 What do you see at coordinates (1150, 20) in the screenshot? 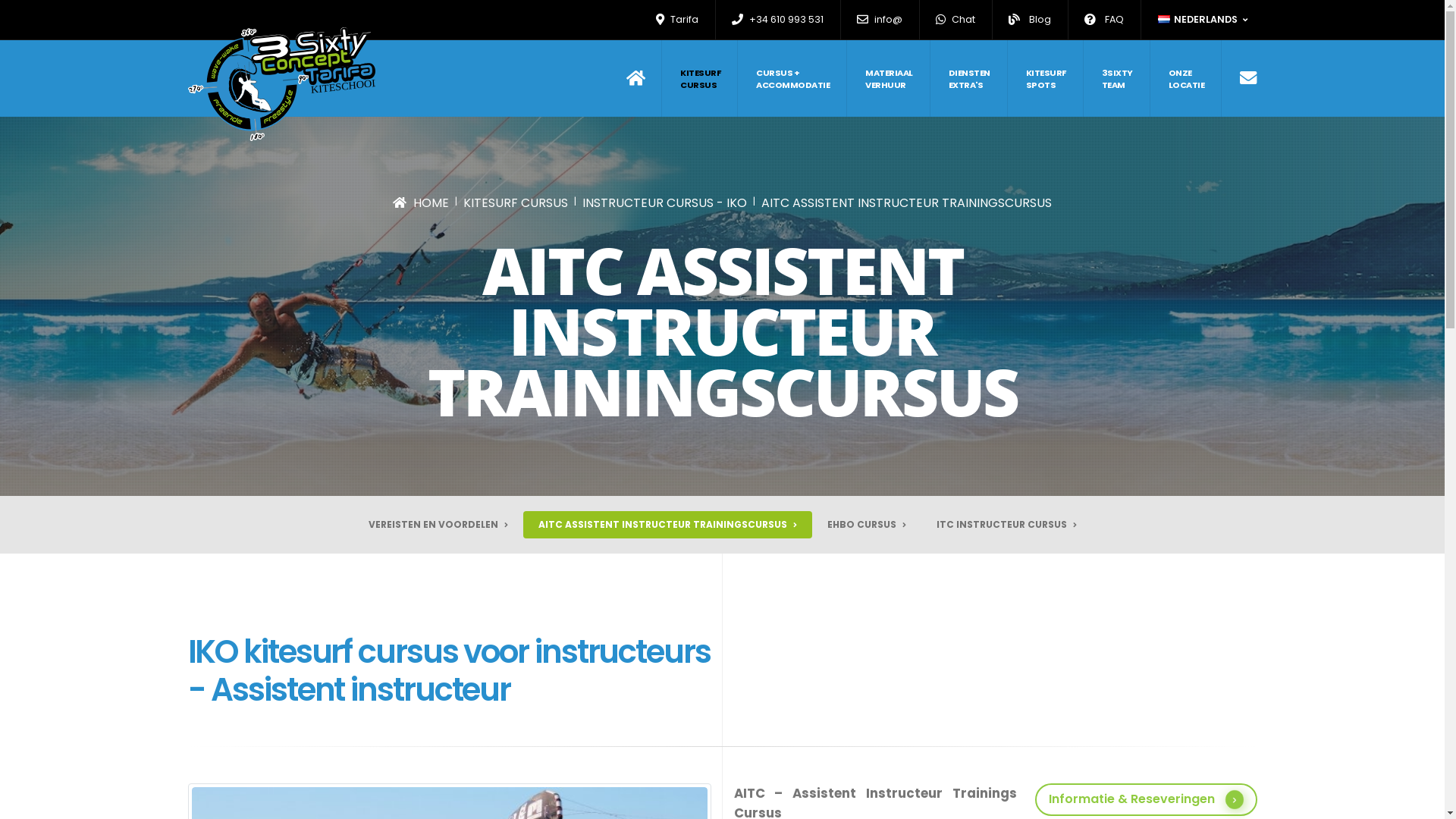
I see `'NEDERLANDS'` at bounding box center [1150, 20].